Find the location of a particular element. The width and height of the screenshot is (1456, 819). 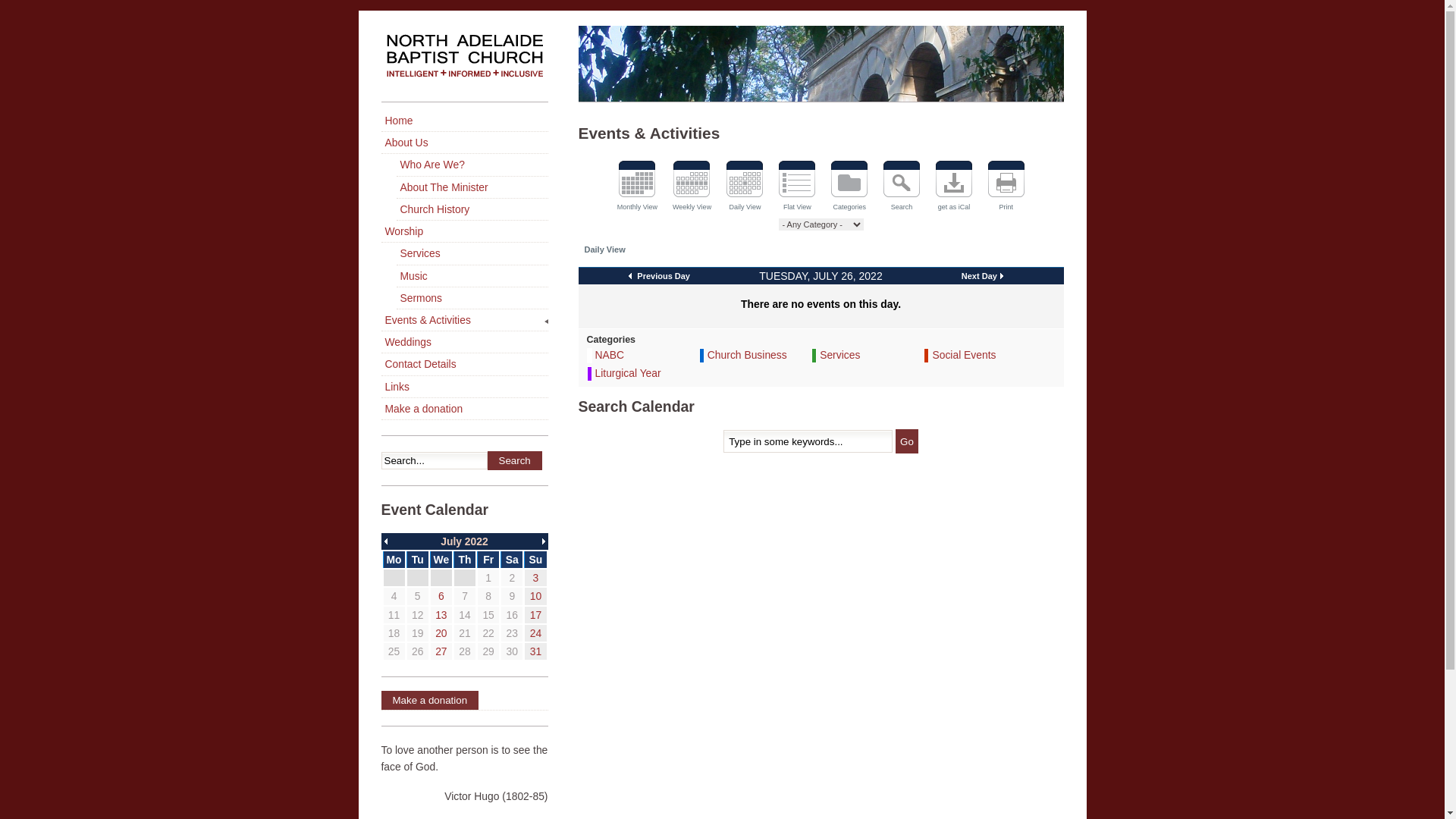

'6' is located at coordinates (440, 595).